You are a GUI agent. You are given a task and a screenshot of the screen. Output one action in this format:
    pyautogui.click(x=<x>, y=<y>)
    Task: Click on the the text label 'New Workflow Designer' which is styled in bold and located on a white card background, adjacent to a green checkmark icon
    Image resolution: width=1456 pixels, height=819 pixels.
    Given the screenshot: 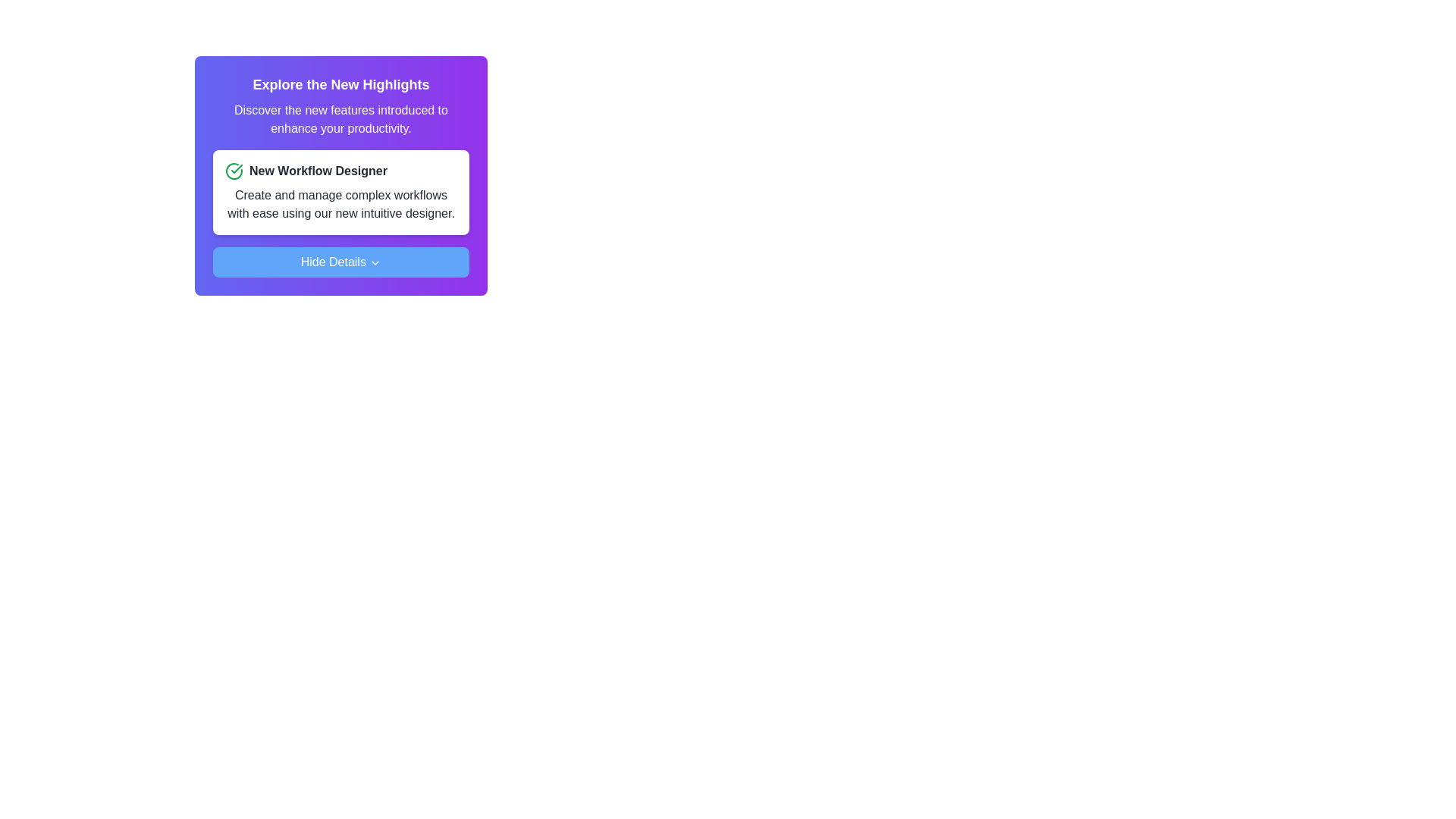 What is the action you would take?
    pyautogui.click(x=317, y=171)
    